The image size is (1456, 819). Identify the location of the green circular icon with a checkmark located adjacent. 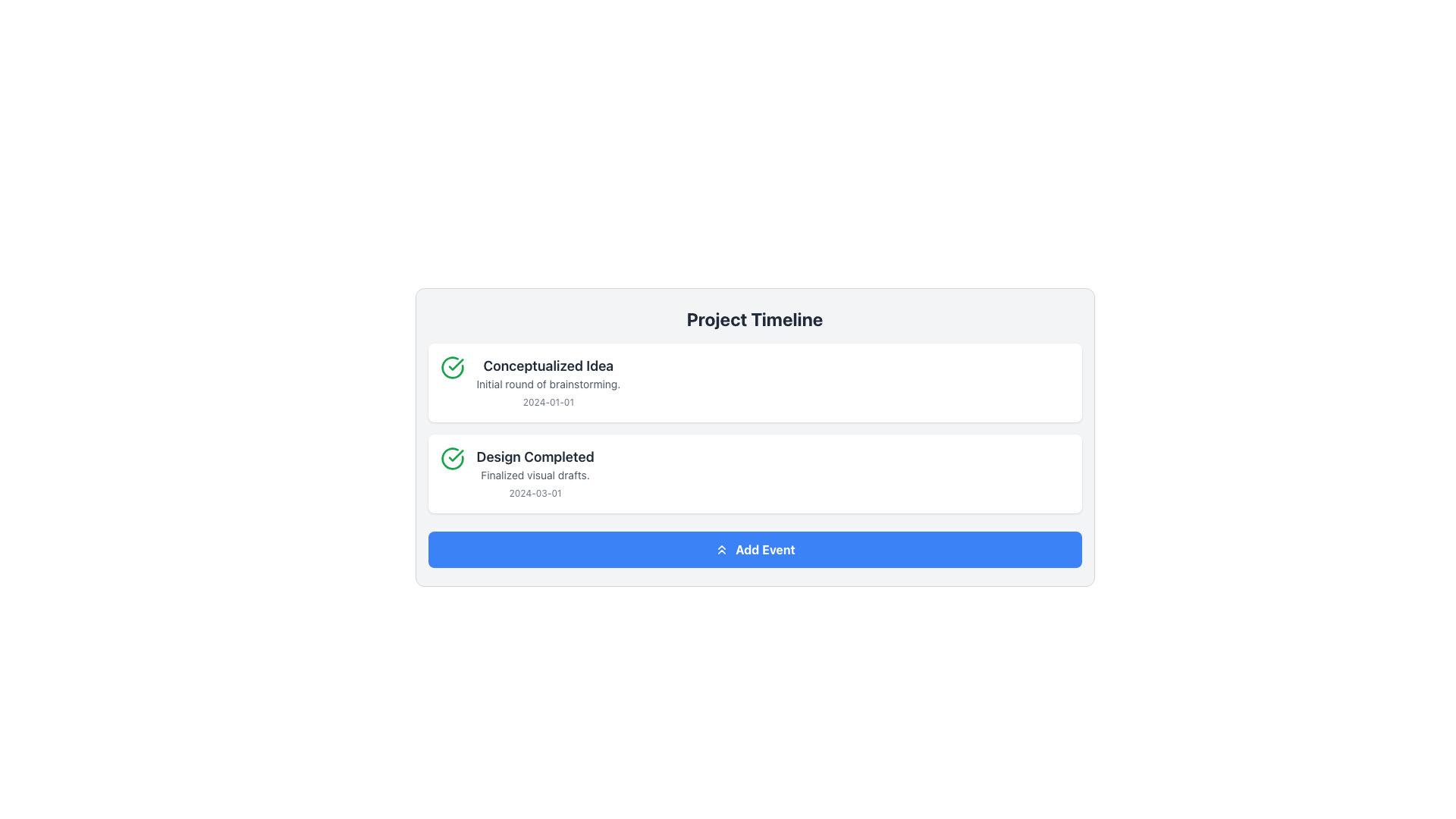
(451, 368).